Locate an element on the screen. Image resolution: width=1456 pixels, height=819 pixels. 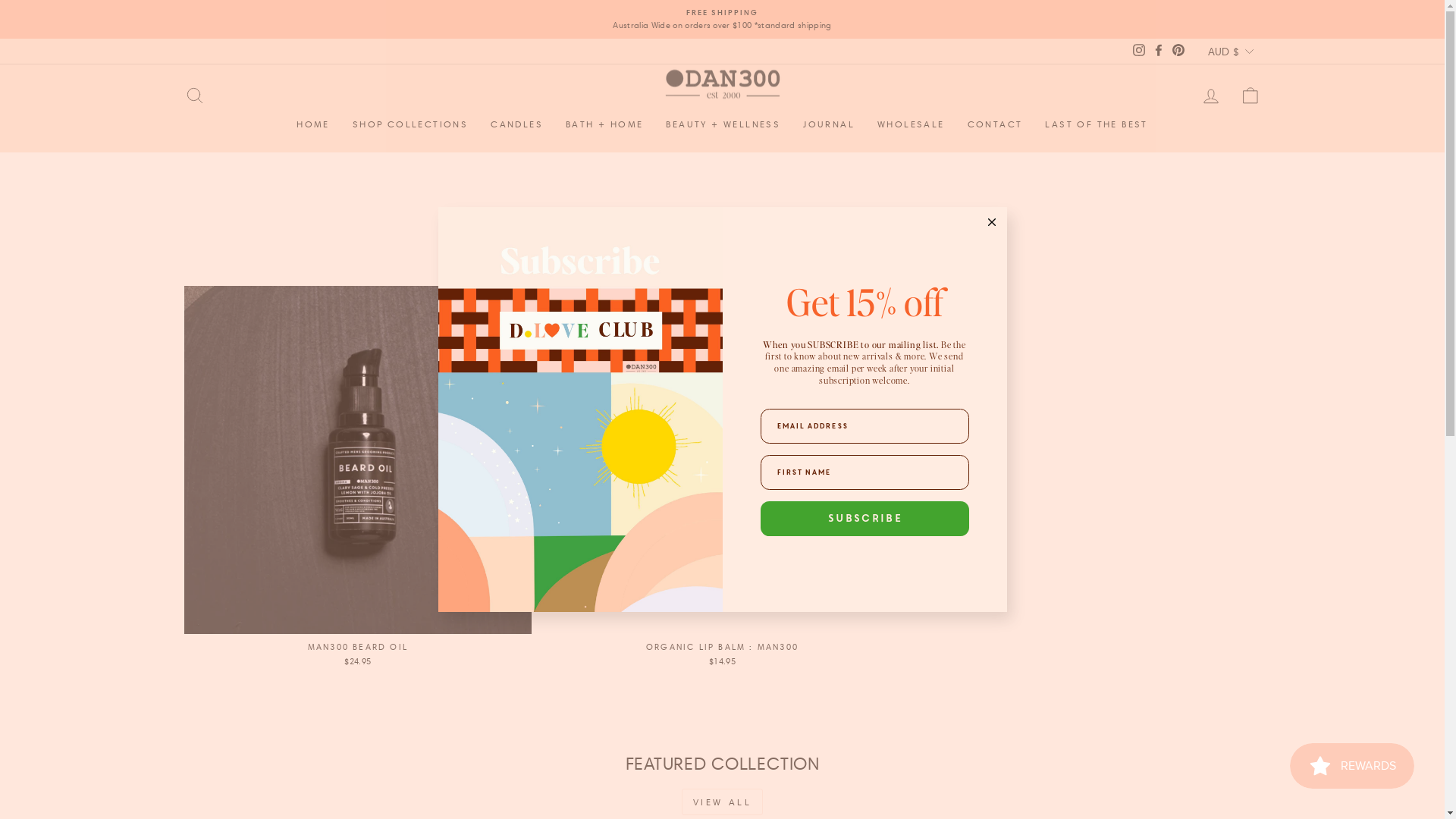
'ORGANIC LIP BALM : MAN300 is located at coordinates (721, 479).